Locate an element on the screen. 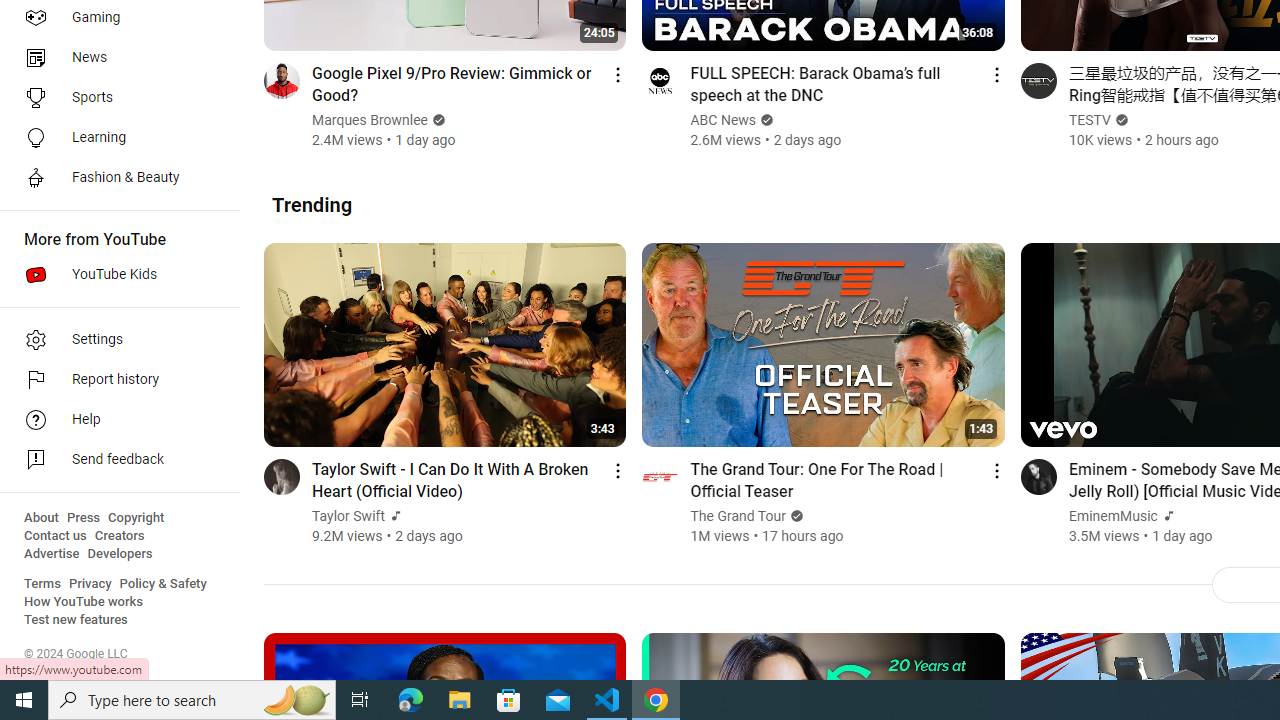 The width and height of the screenshot is (1280, 720). 'Sports' is located at coordinates (112, 97).